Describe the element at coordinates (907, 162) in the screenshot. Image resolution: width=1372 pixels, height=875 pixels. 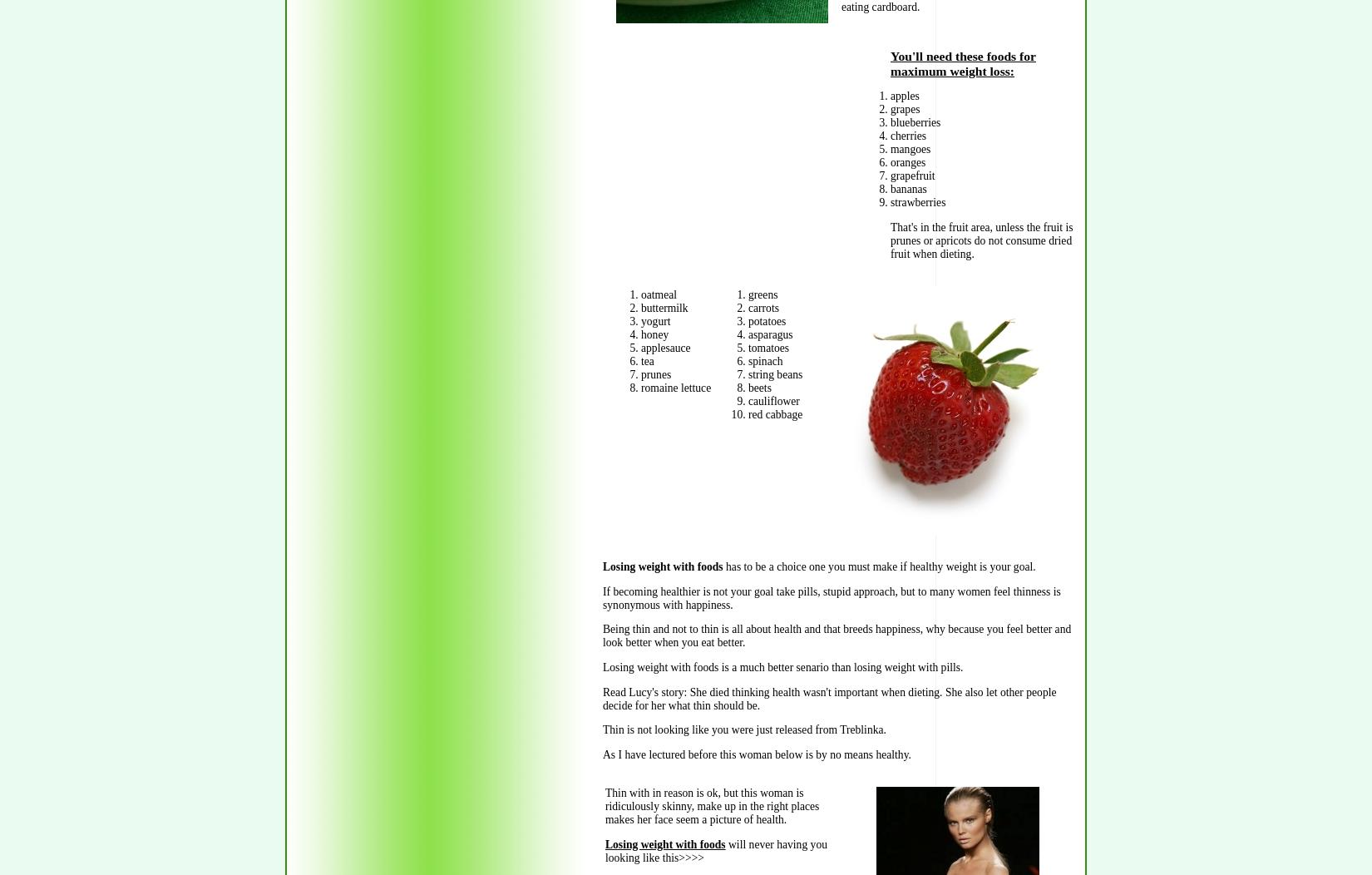
I see `'oranges'` at that location.